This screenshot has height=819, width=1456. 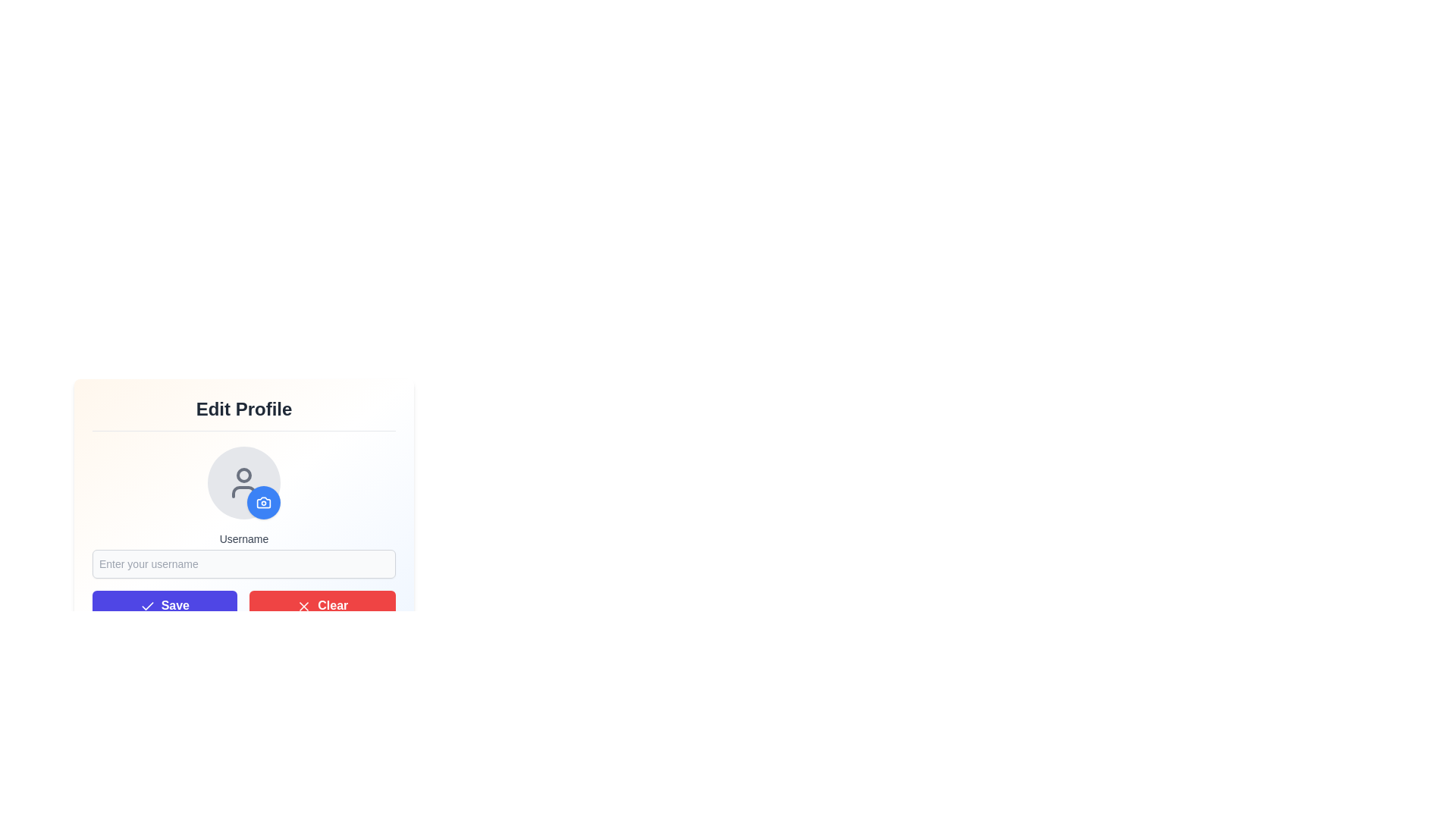 I want to click on the 'Edit Profile' textual header, which is a bold, large dark gray label located at the top of the form area, so click(x=243, y=414).